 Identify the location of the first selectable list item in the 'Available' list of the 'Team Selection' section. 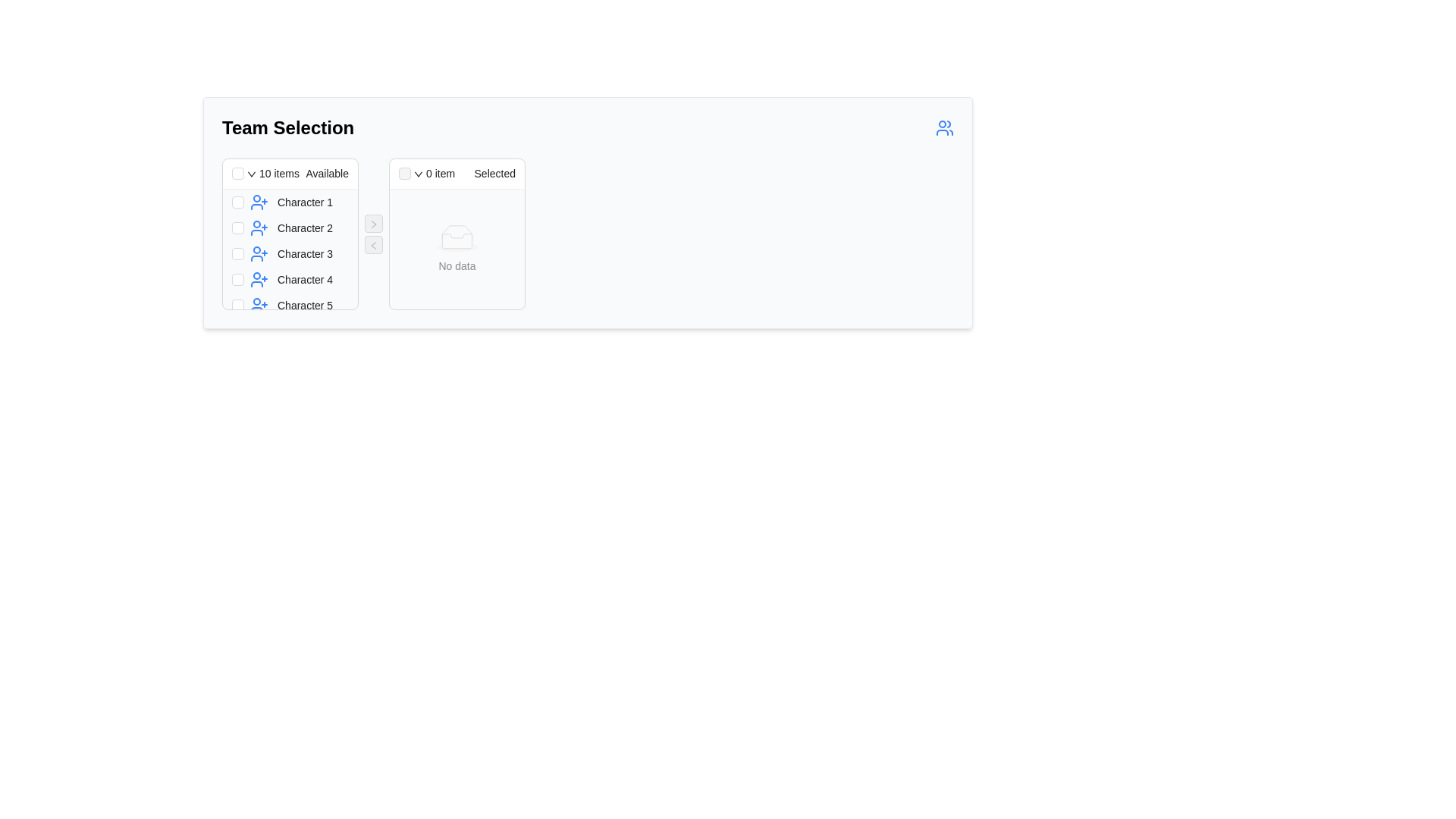
(299, 201).